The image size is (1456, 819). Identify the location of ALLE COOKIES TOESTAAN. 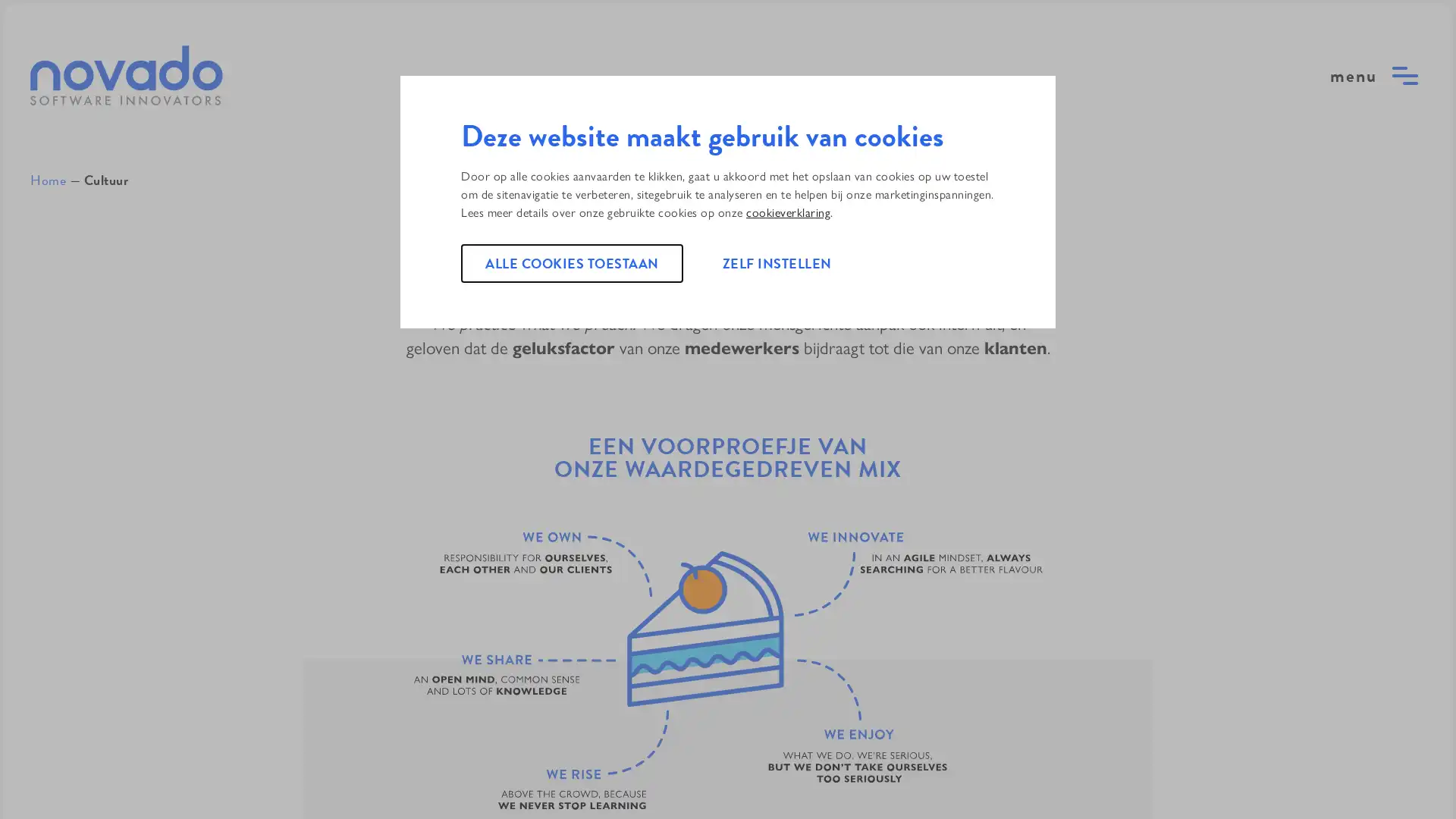
(570, 262).